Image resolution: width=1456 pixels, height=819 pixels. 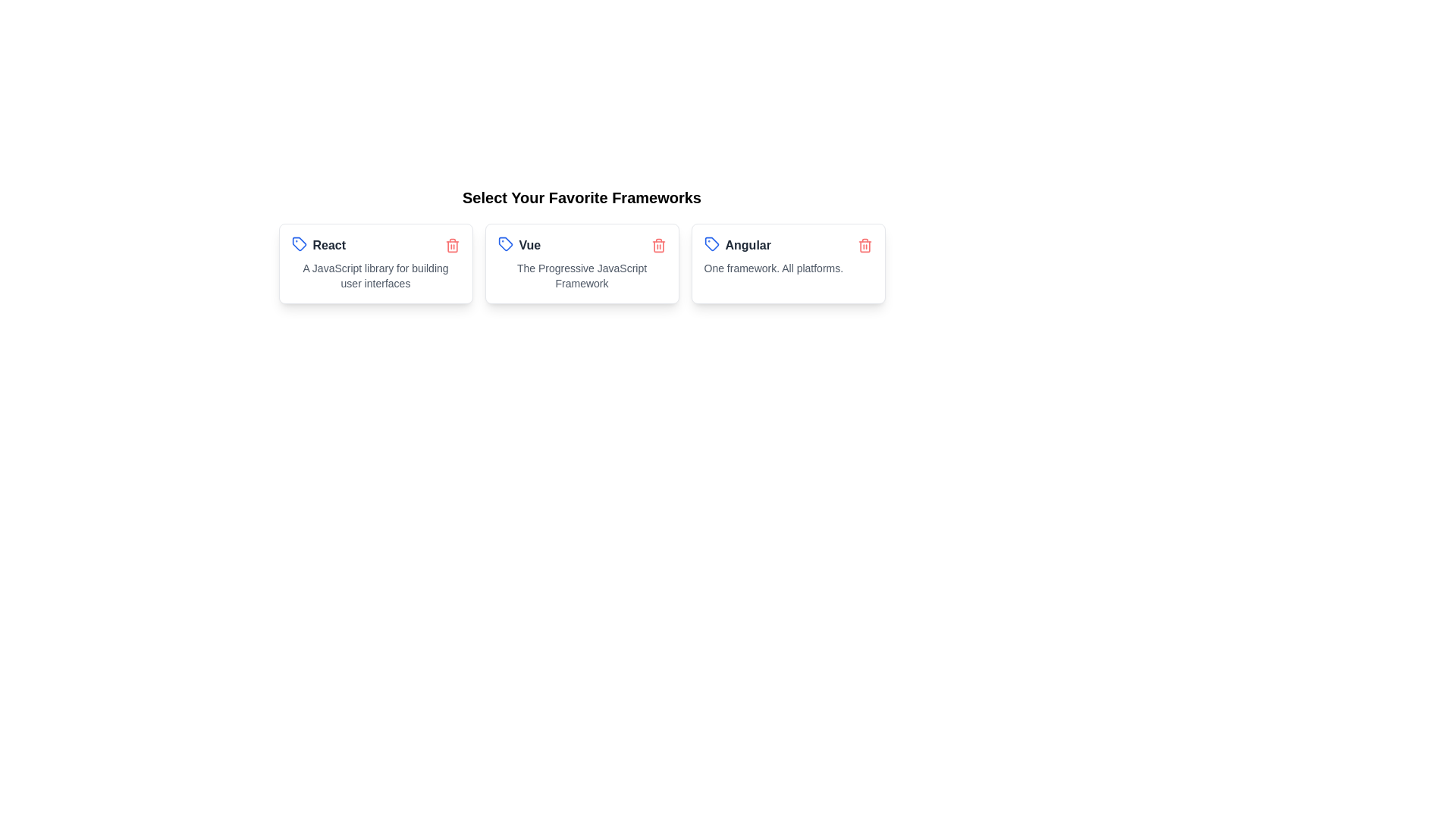 What do you see at coordinates (581, 275) in the screenshot?
I see `the description of the framework Vue` at bounding box center [581, 275].